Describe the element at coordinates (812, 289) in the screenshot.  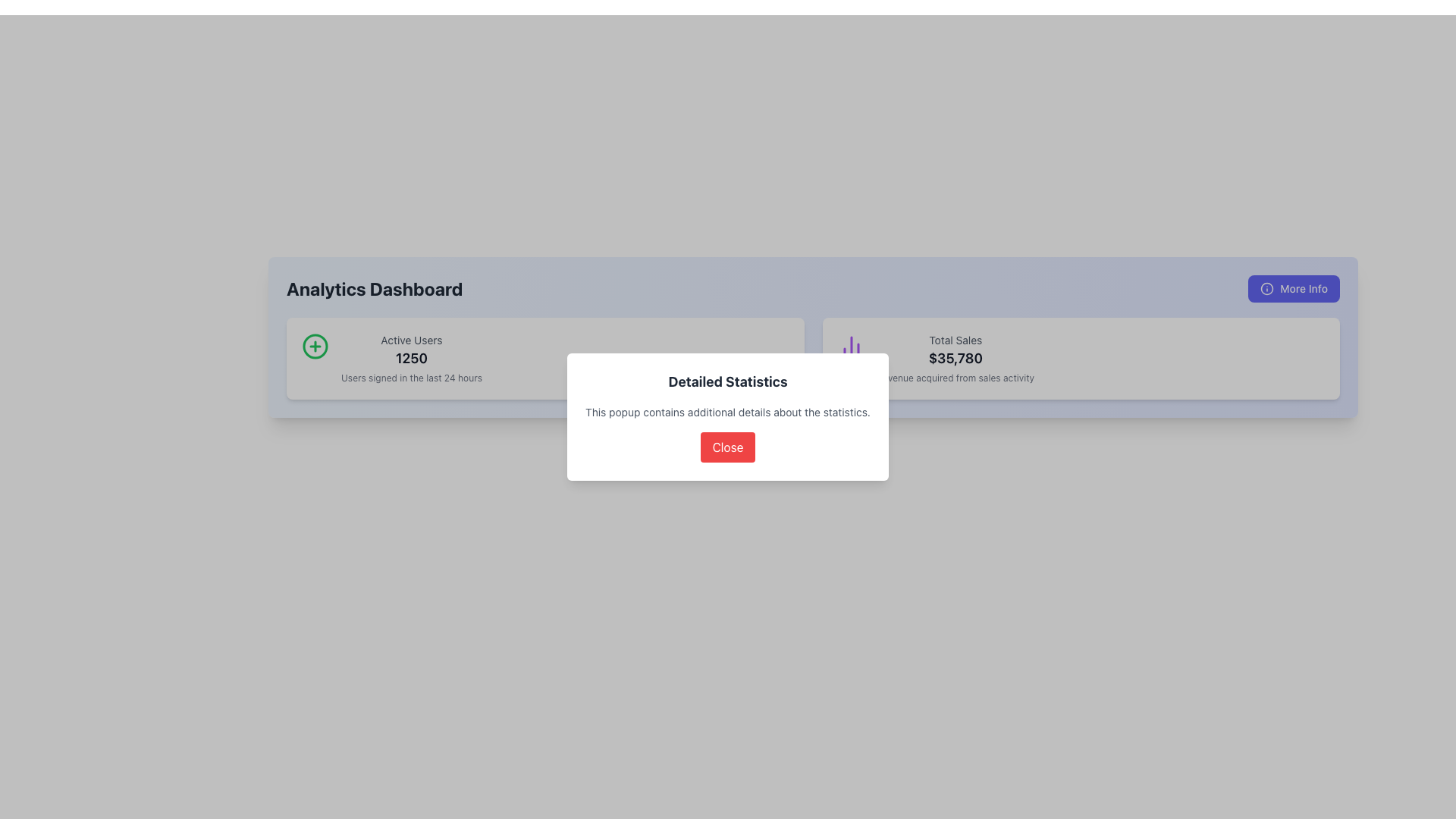
I see `the 'More Info' button on the 'Analytics Dashboard' section` at that location.